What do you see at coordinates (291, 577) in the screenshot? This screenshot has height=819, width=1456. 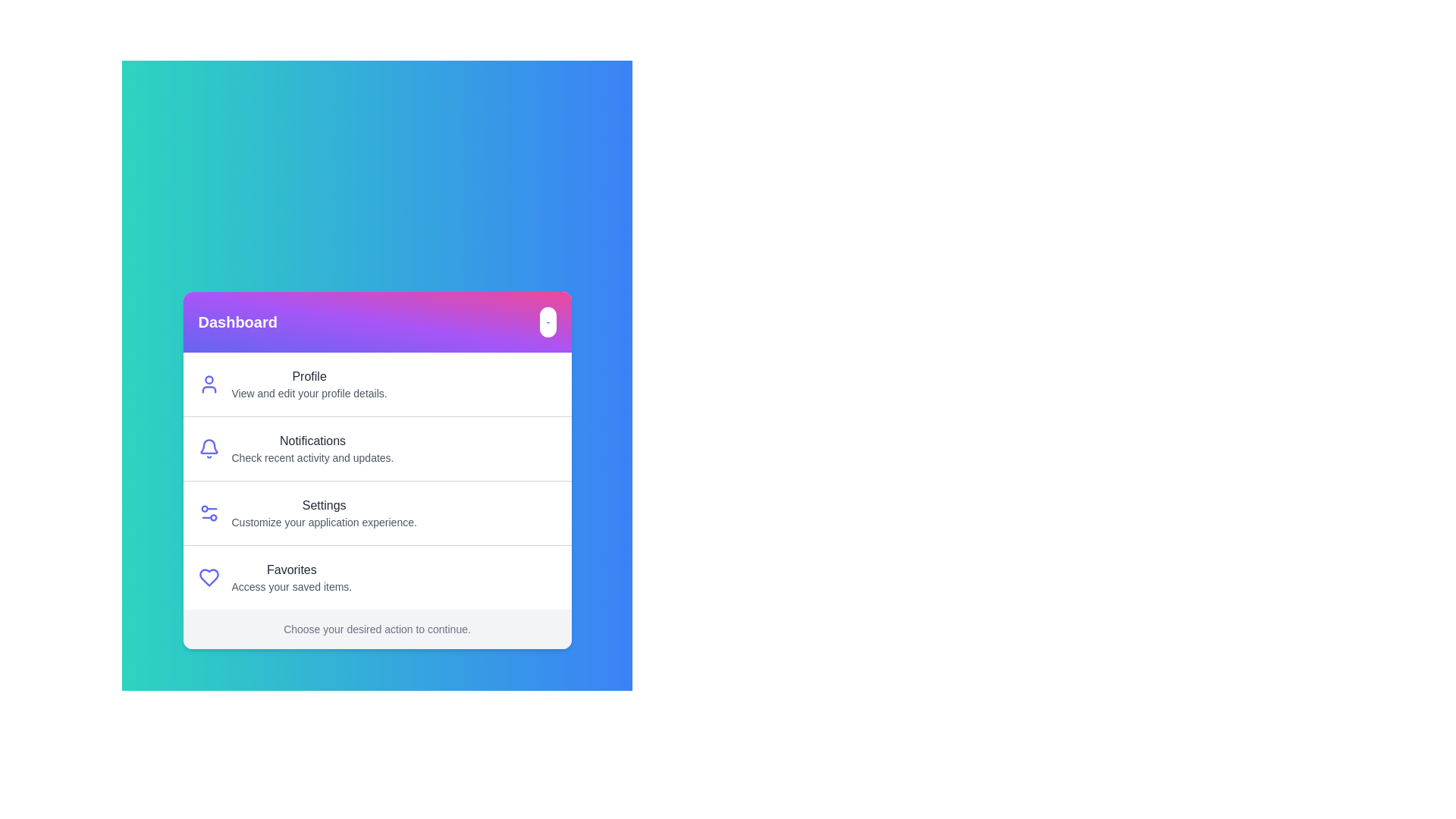 I see `the menu option corresponding to Favorites` at bounding box center [291, 577].